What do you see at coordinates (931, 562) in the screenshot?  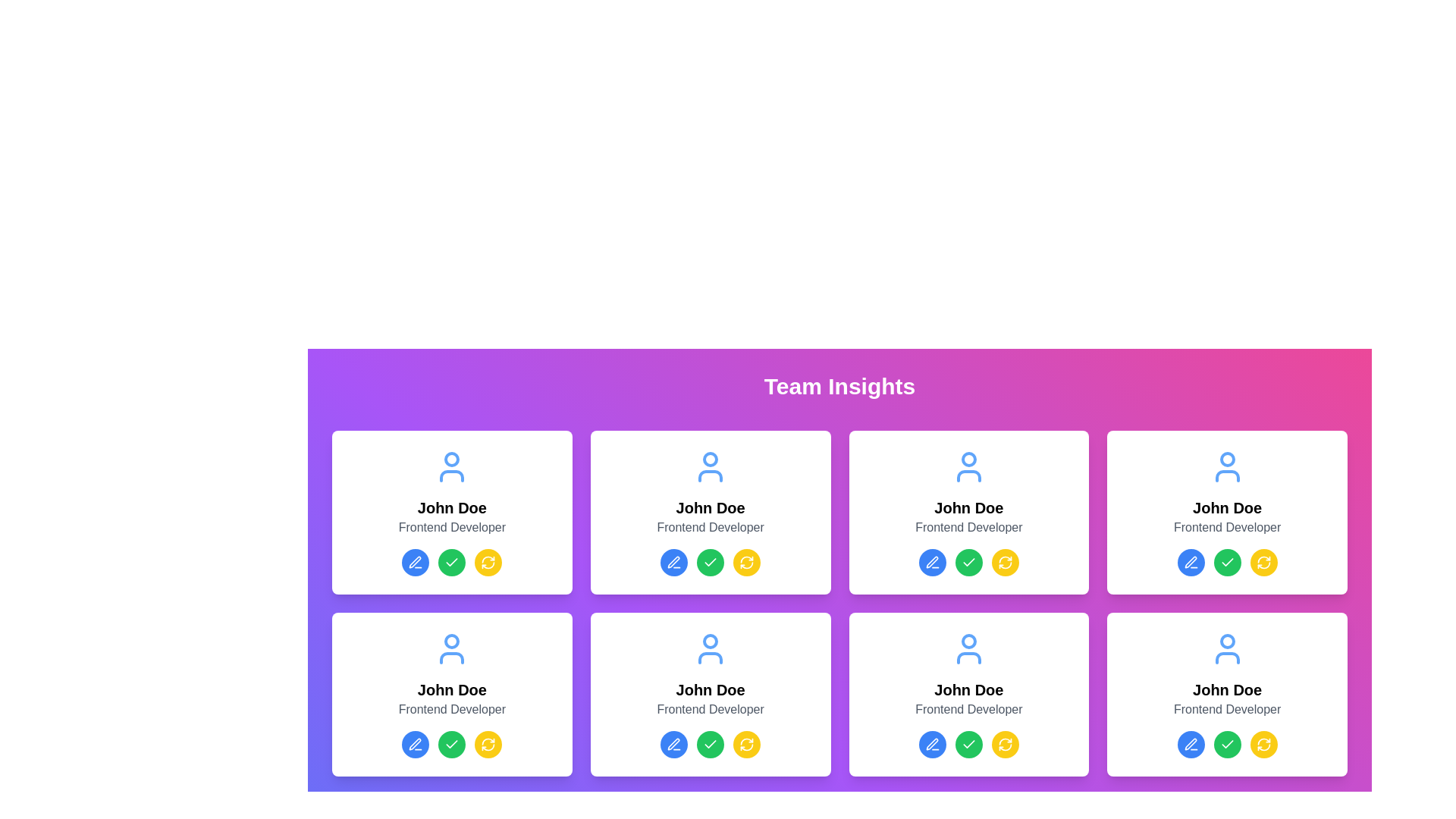 I see `the edit icon element, which is stylized as a pen and located in the leftmost position of the icon group in the second profile card of the first row of the grid` at bounding box center [931, 562].